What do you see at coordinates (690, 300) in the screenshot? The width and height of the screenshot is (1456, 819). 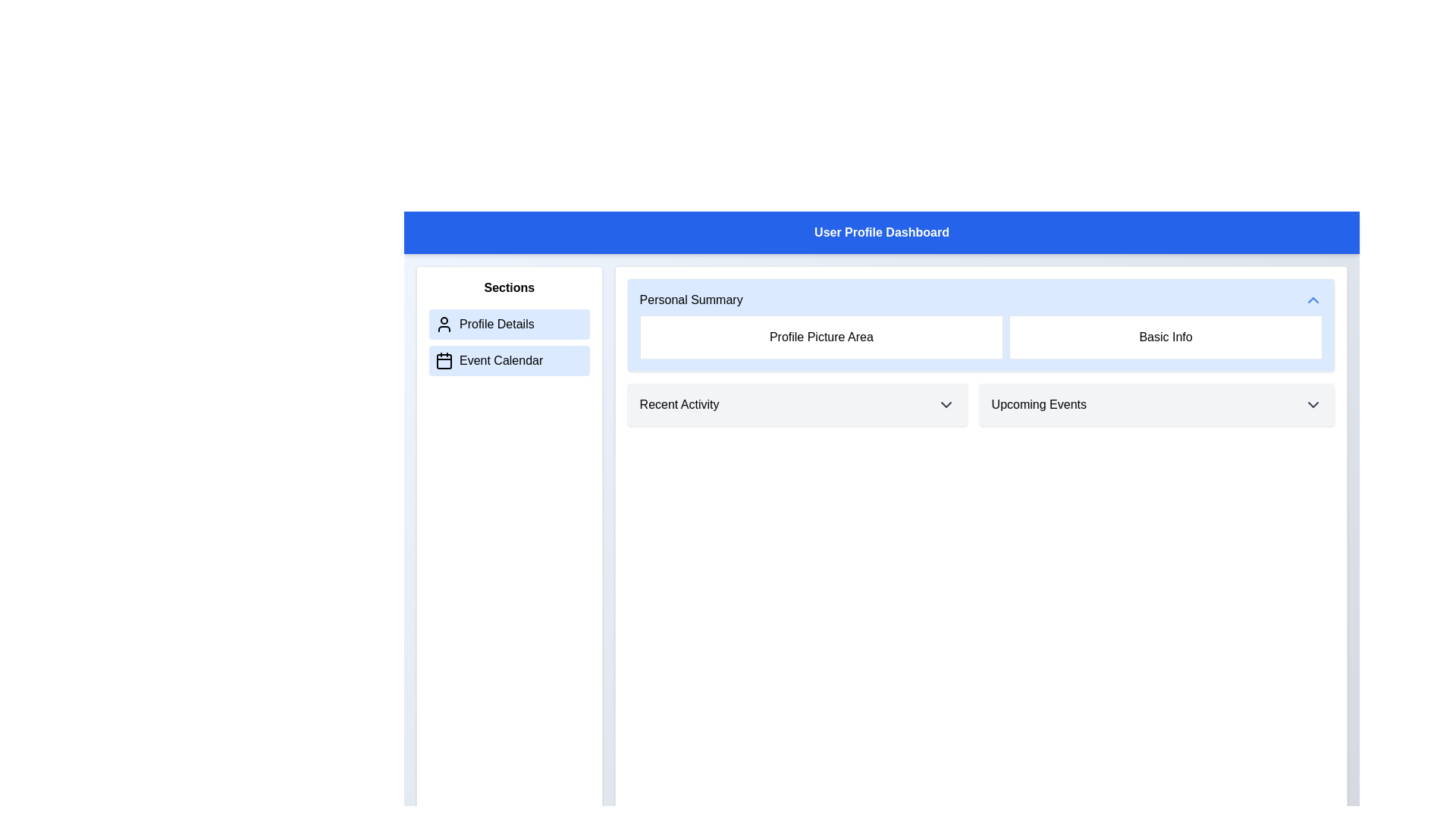 I see `the leftmost text element that serves as a section title for the 'Personal Summary' block` at bounding box center [690, 300].